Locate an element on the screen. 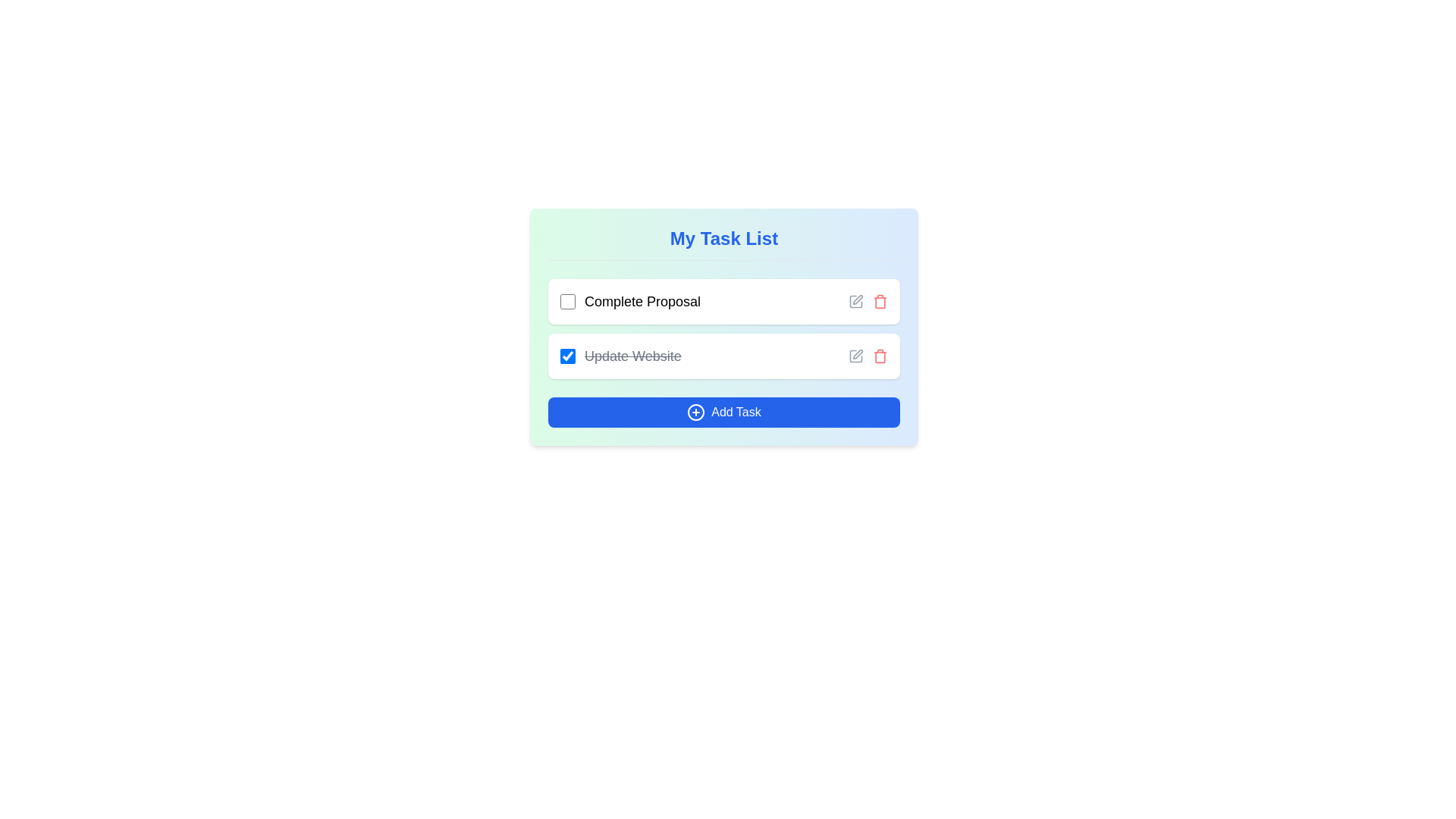  the text label displaying 'Update Website', which is styled with a line-through to indicate completion and is located in the second task item of the task list interface is located at coordinates (632, 356).